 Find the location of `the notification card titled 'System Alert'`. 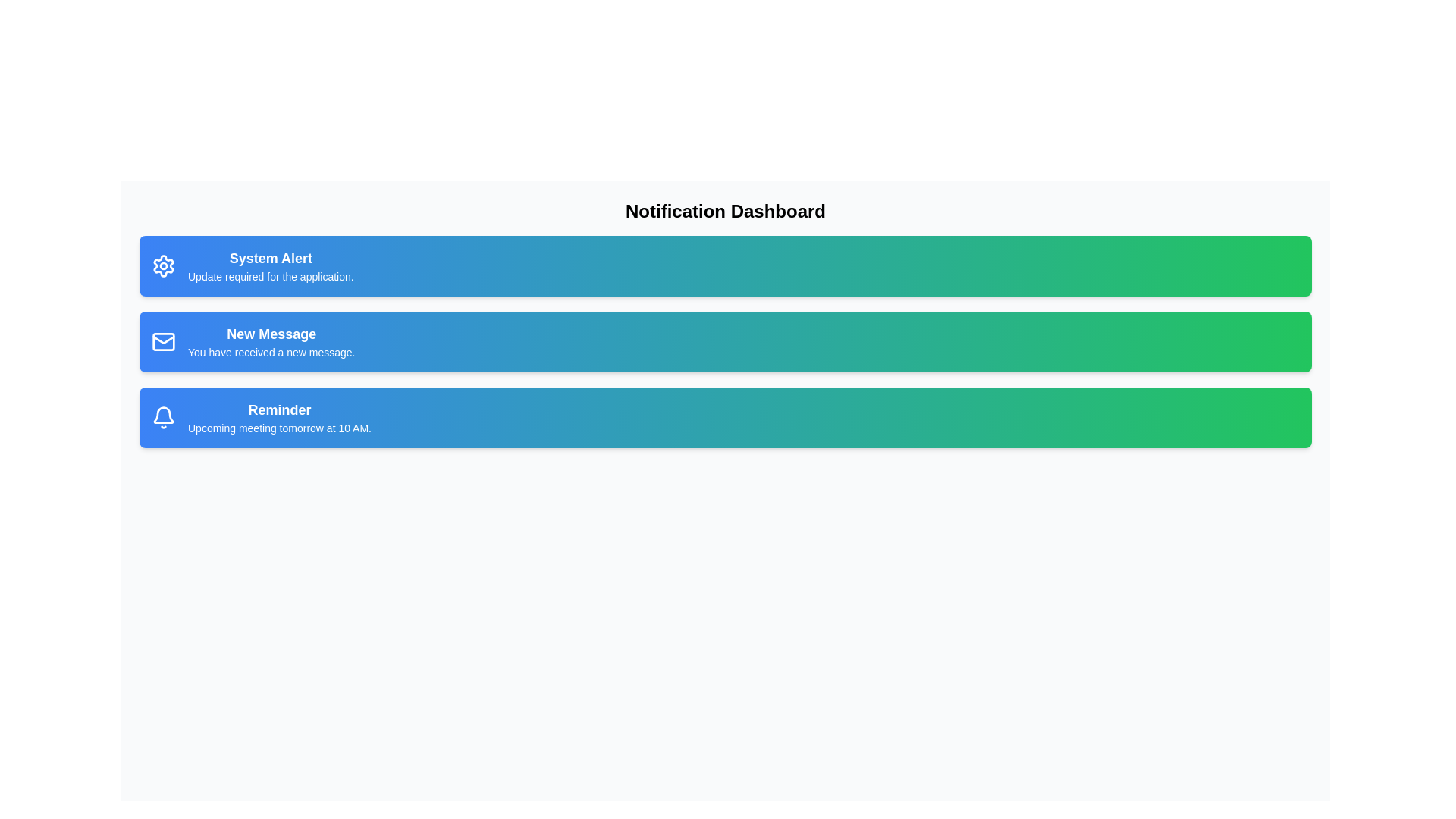

the notification card titled 'System Alert' is located at coordinates (724, 265).